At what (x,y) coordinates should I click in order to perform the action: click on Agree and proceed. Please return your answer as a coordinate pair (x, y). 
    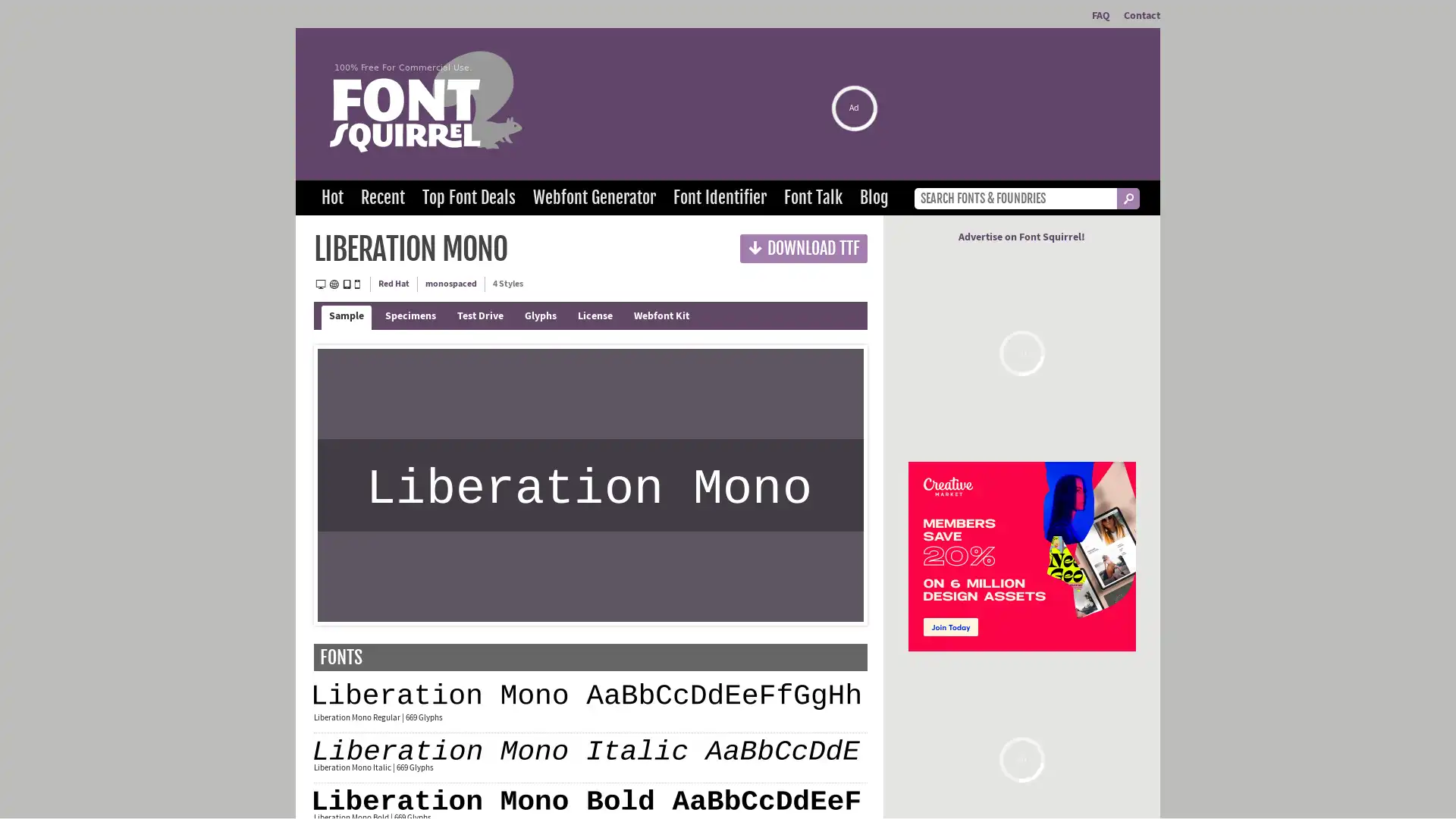
    Looking at the image, I should click on (273, 791).